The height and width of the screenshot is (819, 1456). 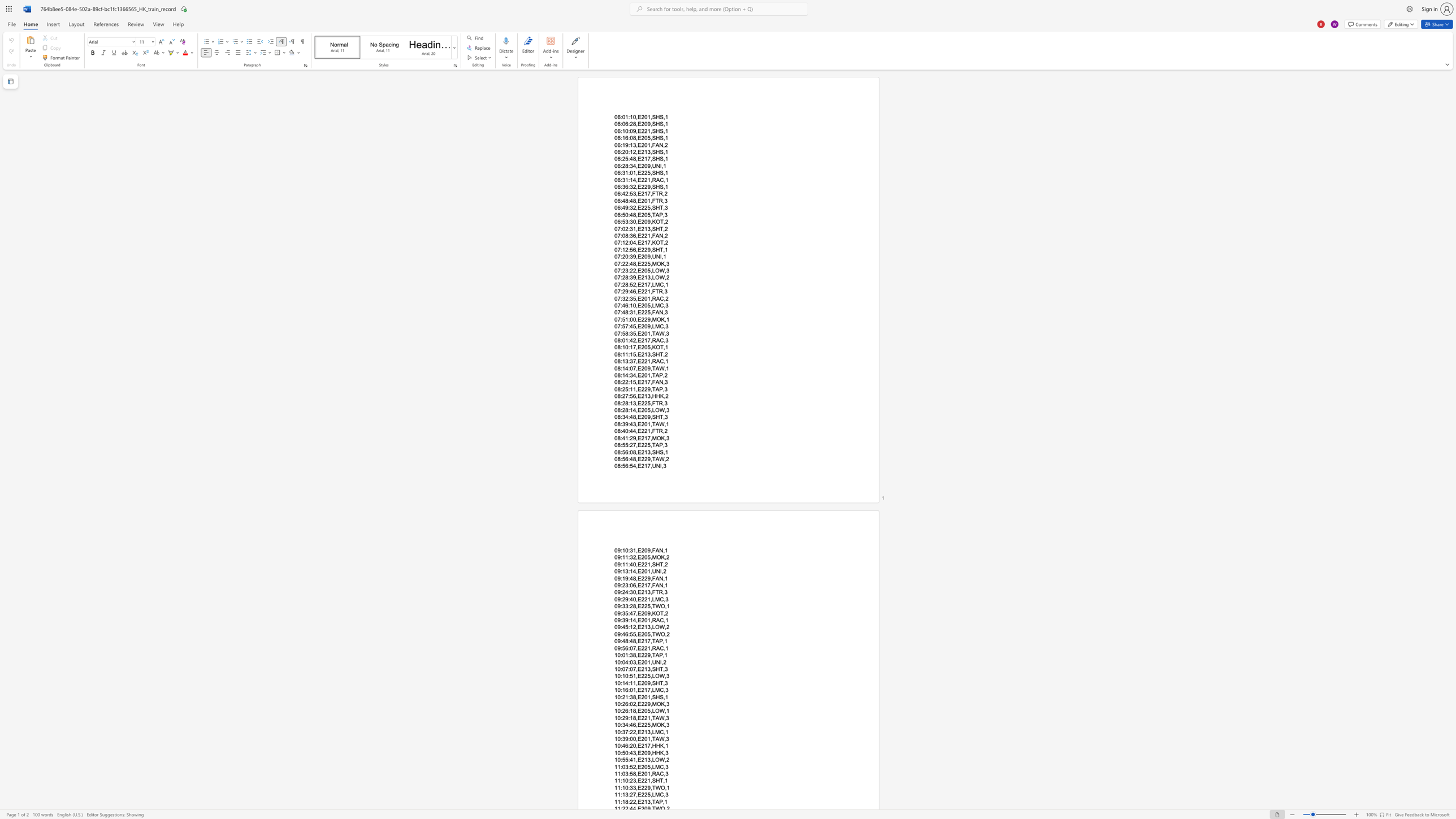 What do you see at coordinates (628, 165) in the screenshot?
I see `the space between the continuous character "8" and ":" in the text` at bounding box center [628, 165].